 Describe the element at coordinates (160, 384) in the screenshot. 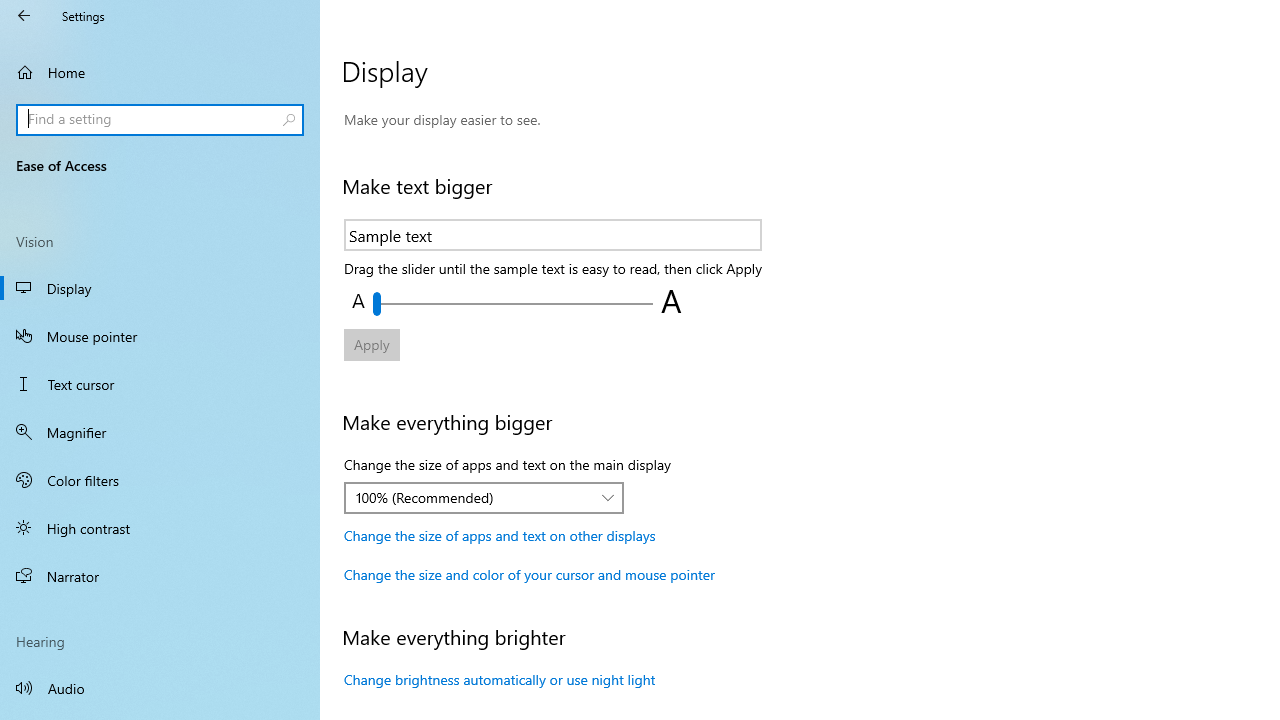

I see `'Text cursor'` at that location.